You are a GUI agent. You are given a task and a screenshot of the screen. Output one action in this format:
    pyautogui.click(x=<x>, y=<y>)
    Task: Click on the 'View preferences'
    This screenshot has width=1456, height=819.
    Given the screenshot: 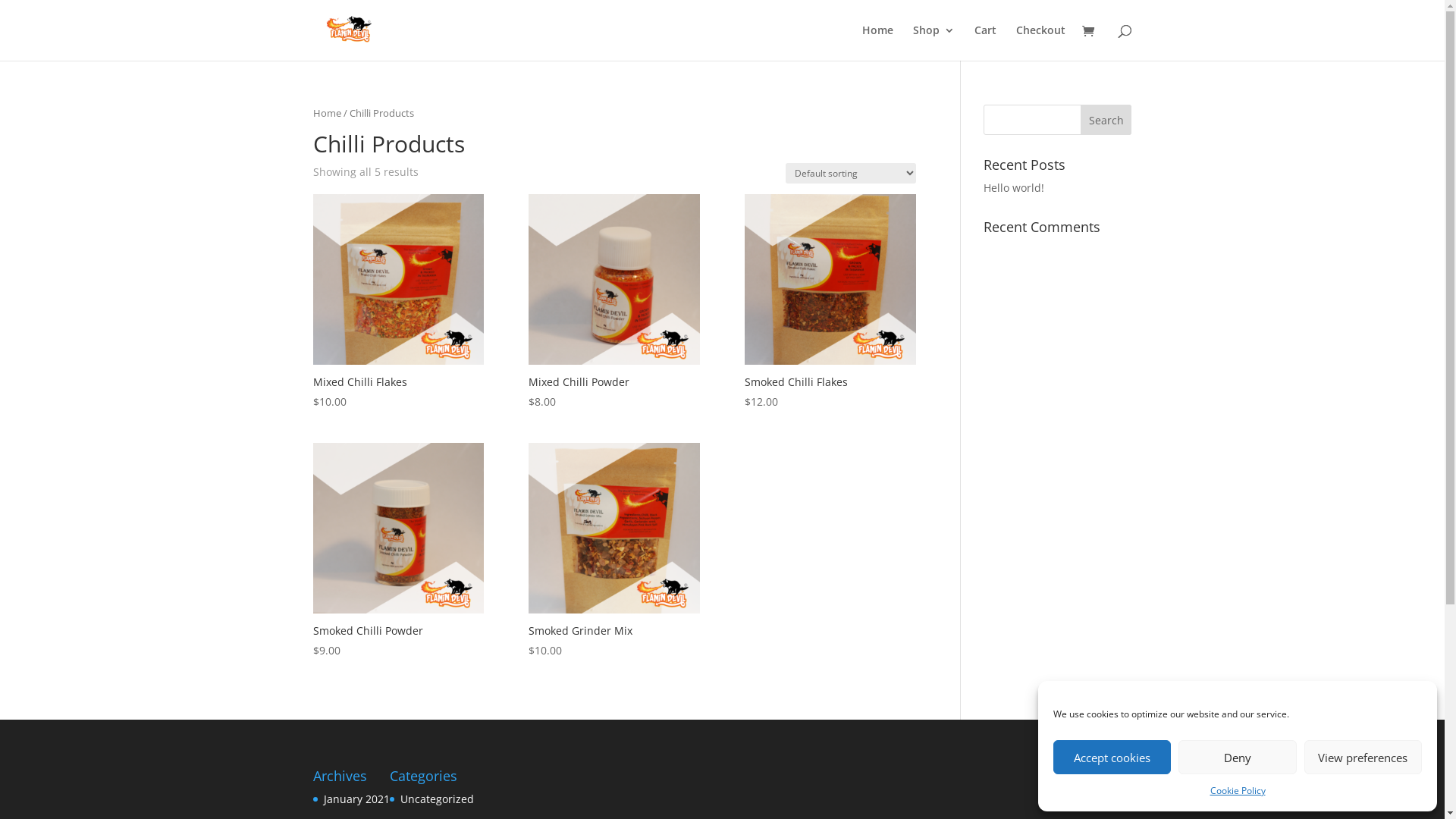 What is the action you would take?
    pyautogui.click(x=1303, y=757)
    